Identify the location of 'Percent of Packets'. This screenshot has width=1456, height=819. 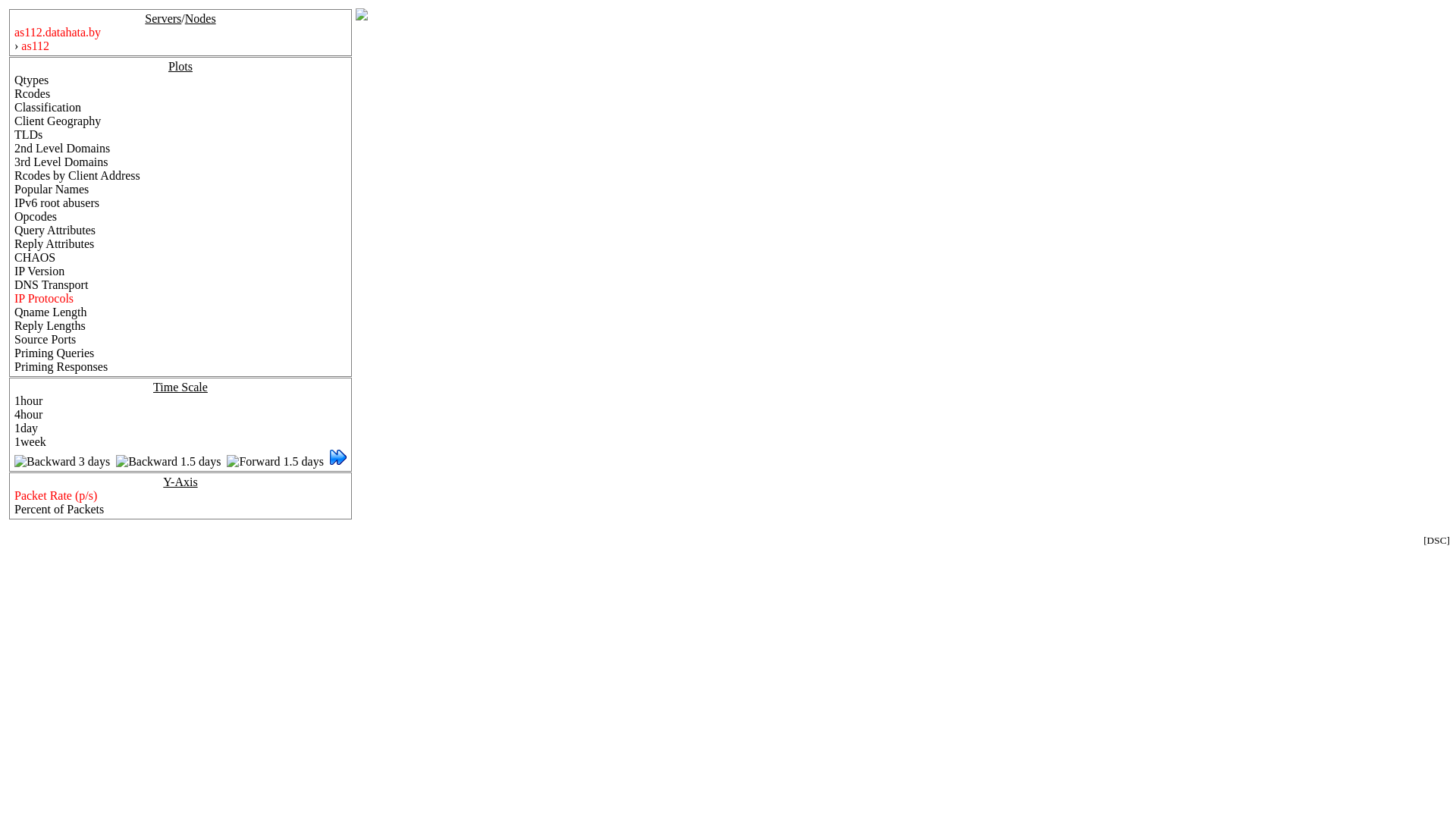
(58, 509).